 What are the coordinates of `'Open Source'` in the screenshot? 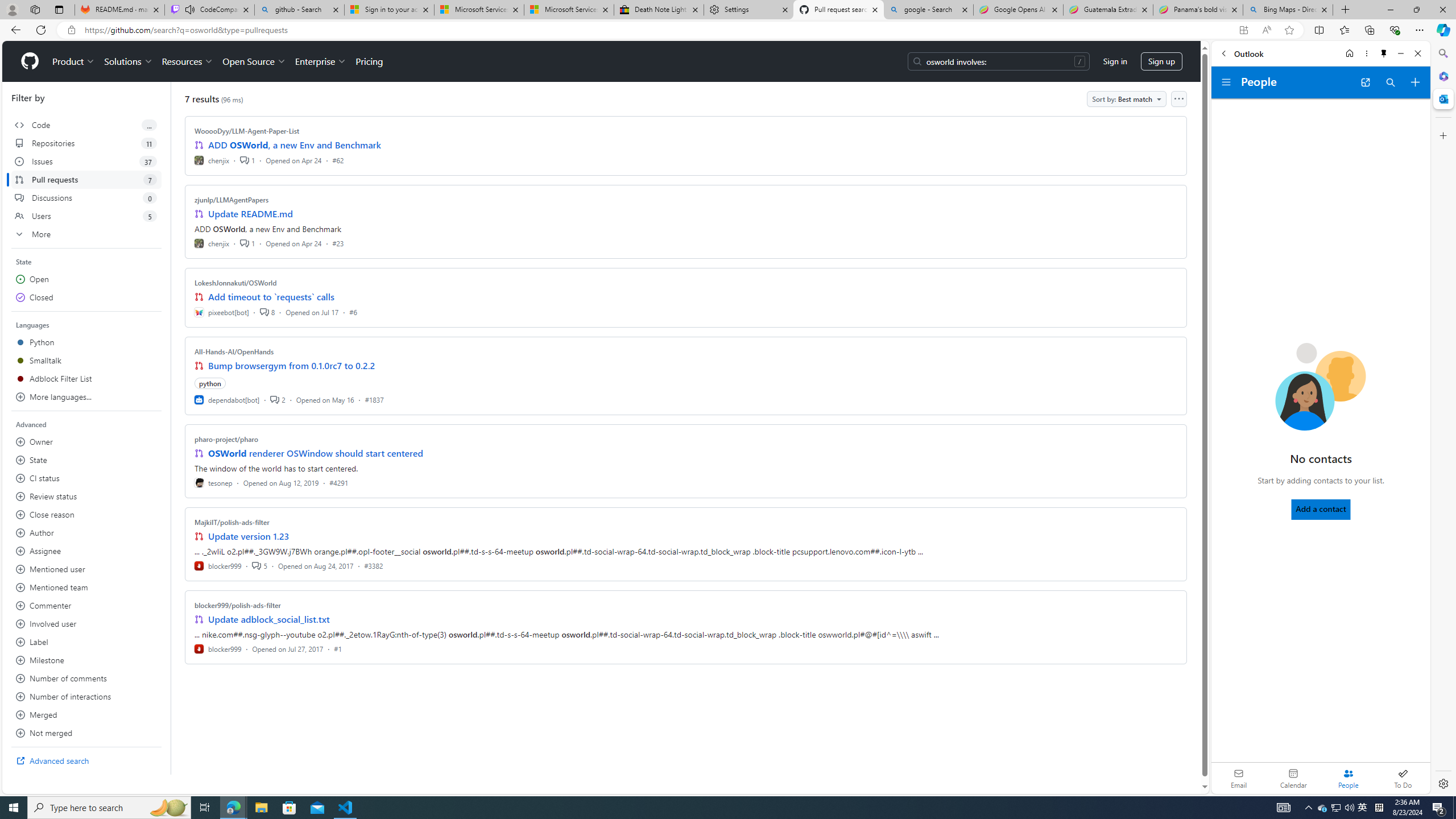 It's located at (255, 61).